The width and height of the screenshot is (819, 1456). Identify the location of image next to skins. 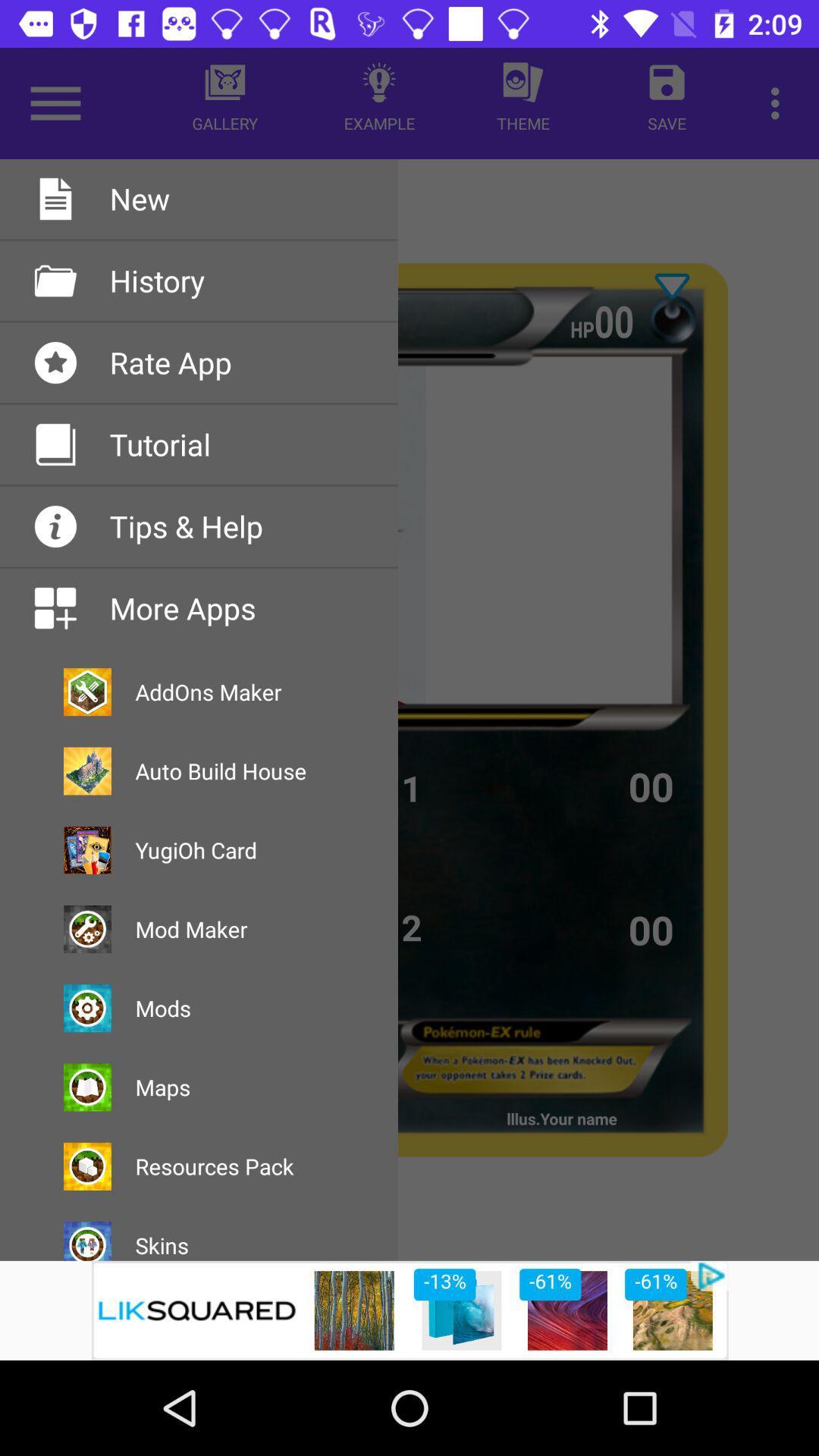
(87, 1241).